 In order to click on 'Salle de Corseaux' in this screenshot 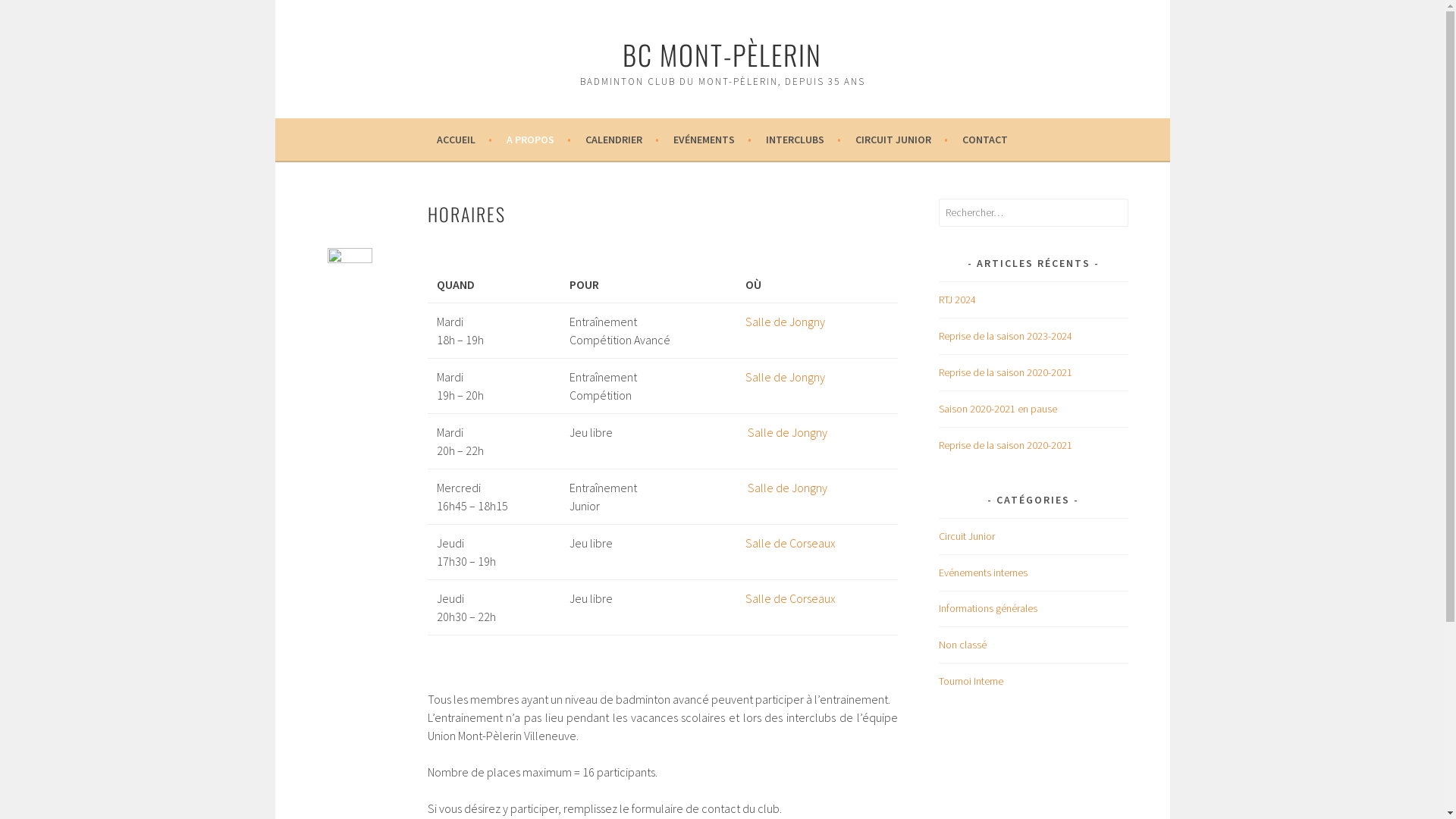, I will do `click(789, 598)`.